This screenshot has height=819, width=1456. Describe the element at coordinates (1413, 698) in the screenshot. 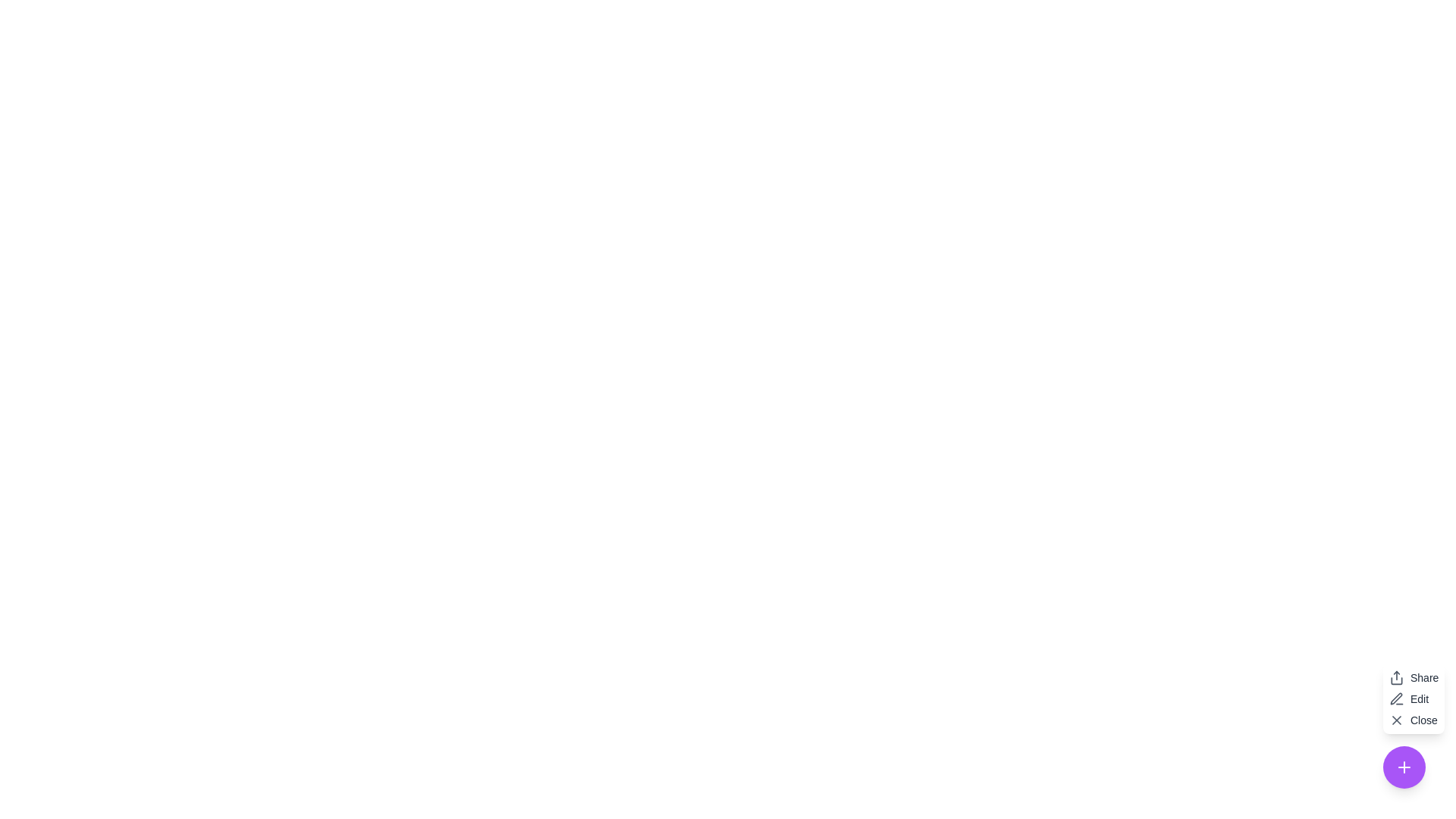

I see `the Edit button located below the Share option and above the Close option to initiate an editing workflow` at that location.